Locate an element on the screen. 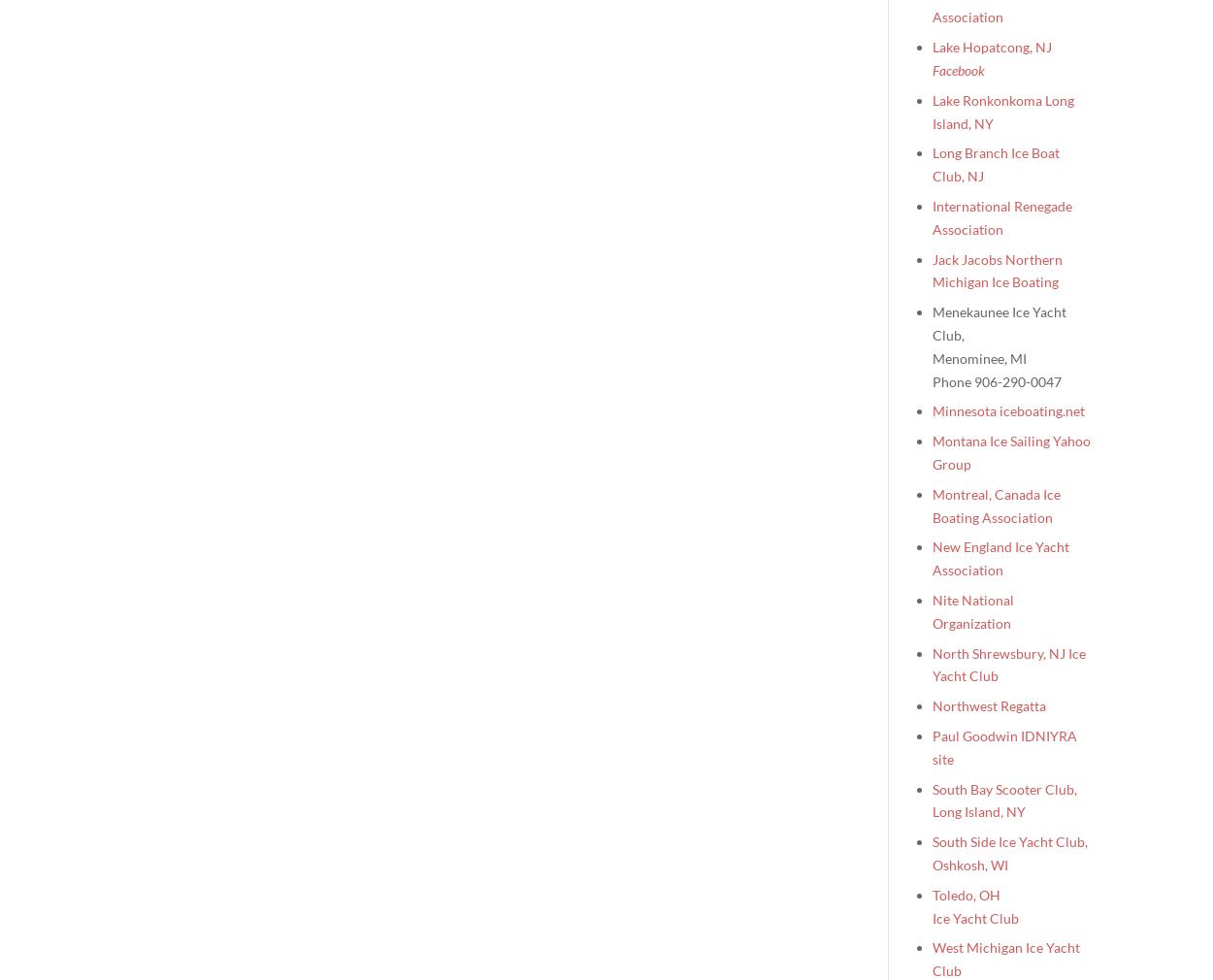  'West Michigan Ice Yacht Club' is located at coordinates (1006, 959).